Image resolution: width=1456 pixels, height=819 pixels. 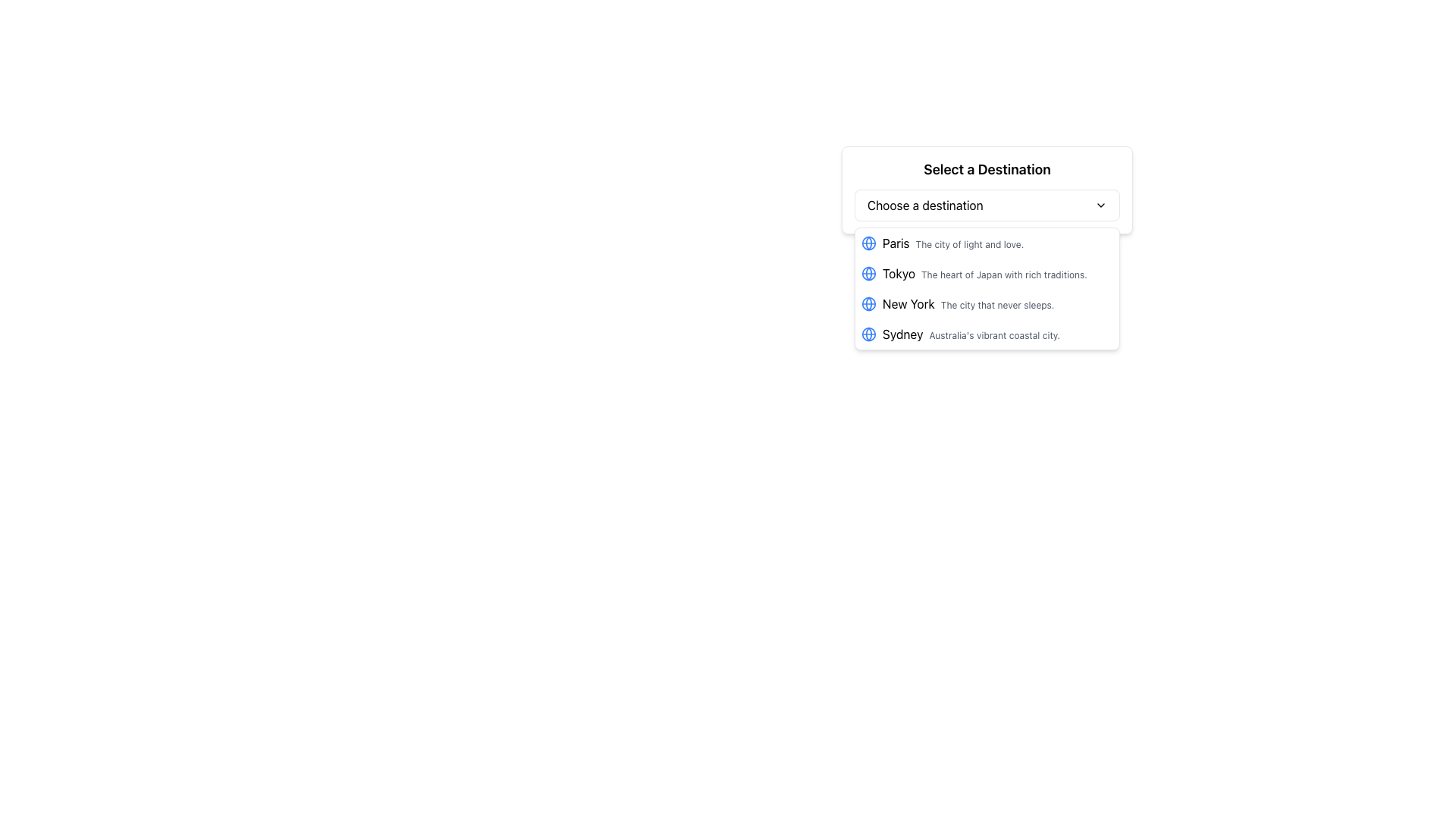 What do you see at coordinates (987, 333) in the screenshot?
I see `to select the dropdown list item displaying 'Sydney Australia's vibrant coastal city', which includes a blue globe icon and is the fourth choice in the dropdown menu` at bounding box center [987, 333].